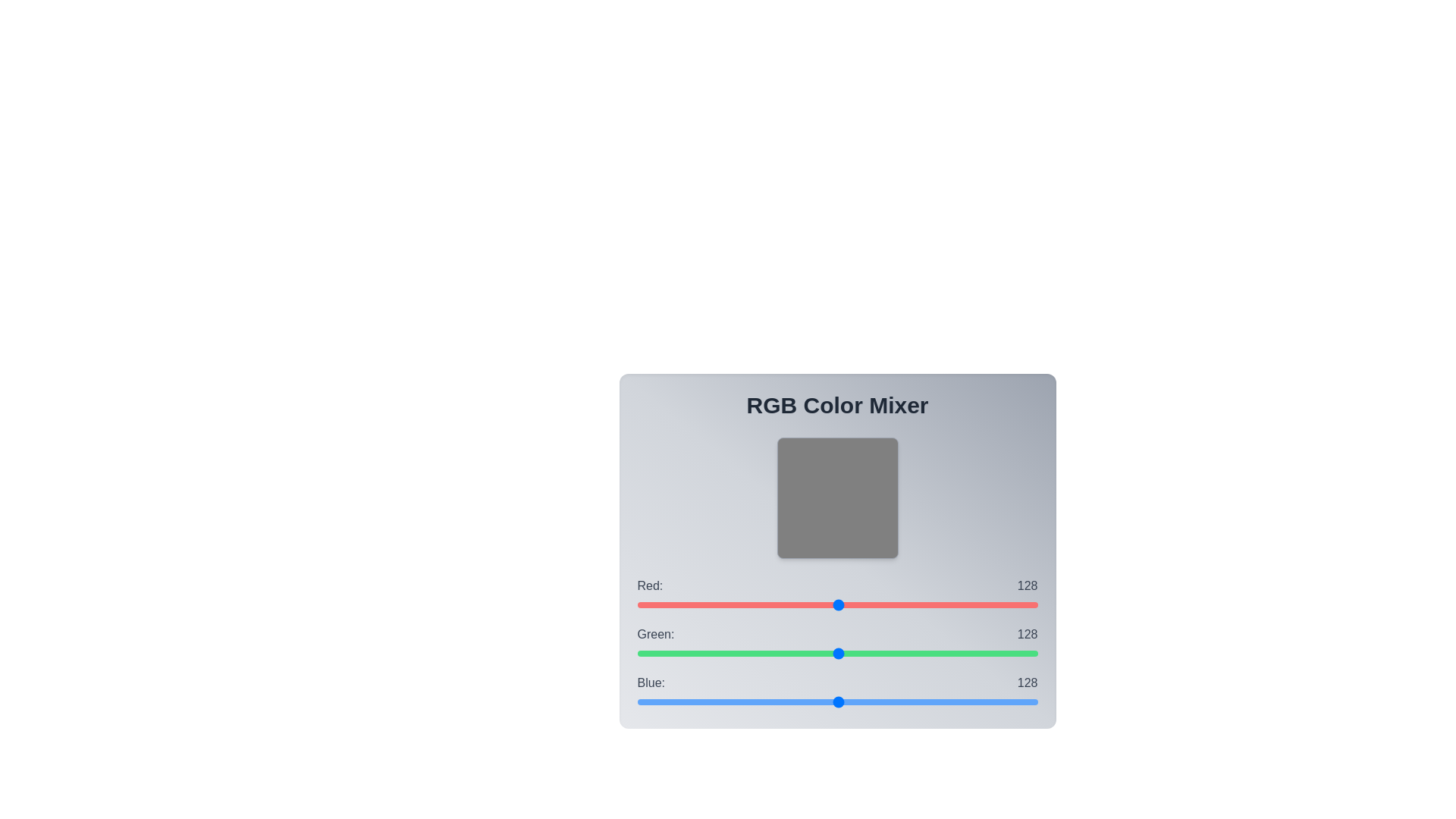 This screenshot has width=1456, height=819. Describe the element at coordinates (682, 652) in the screenshot. I see `the green slider to set its value to 29` at that location.